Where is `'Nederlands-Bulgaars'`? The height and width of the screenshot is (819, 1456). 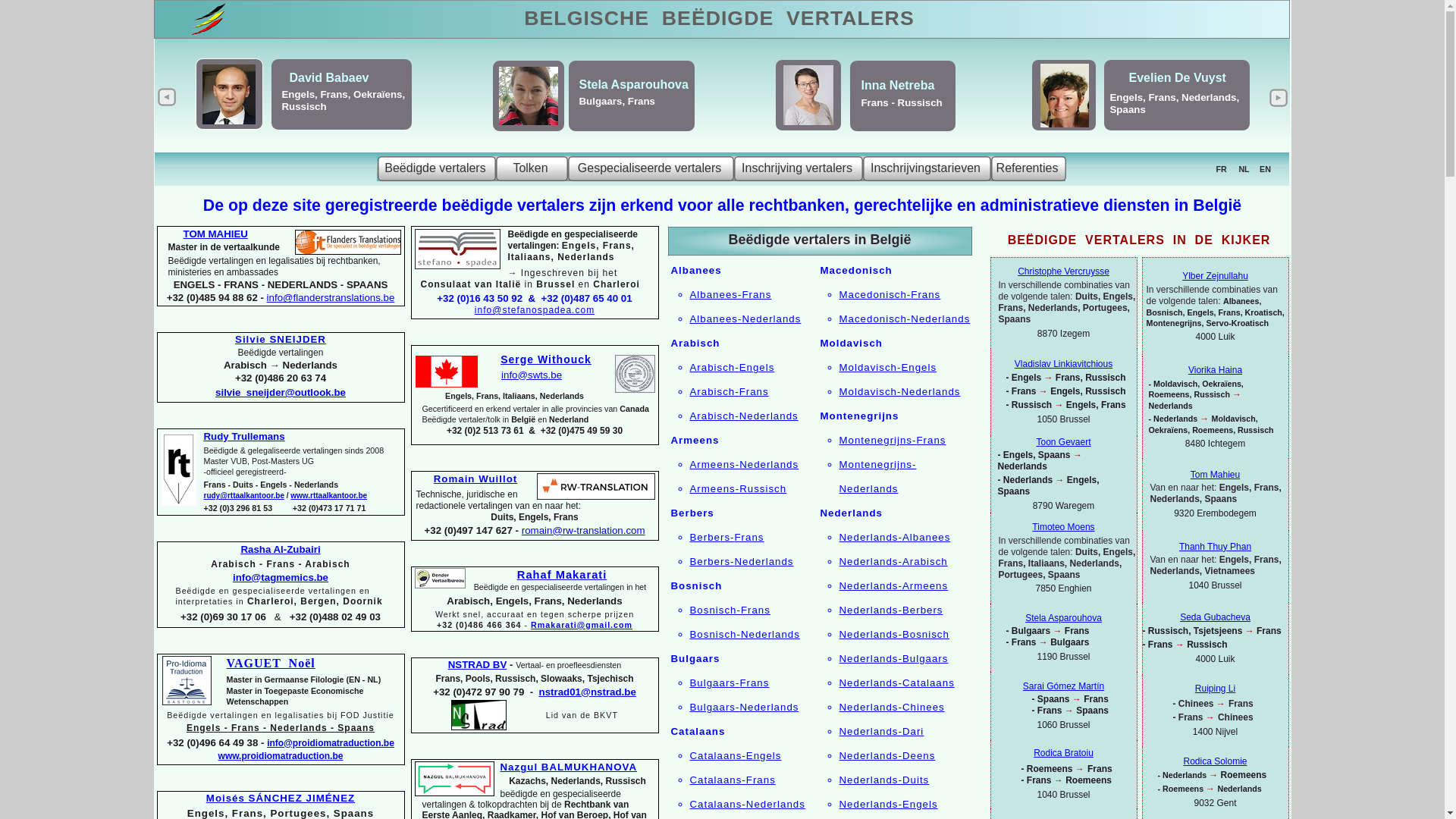
'Nederlands-Bulgaars' is located at coordinates (893, 657).